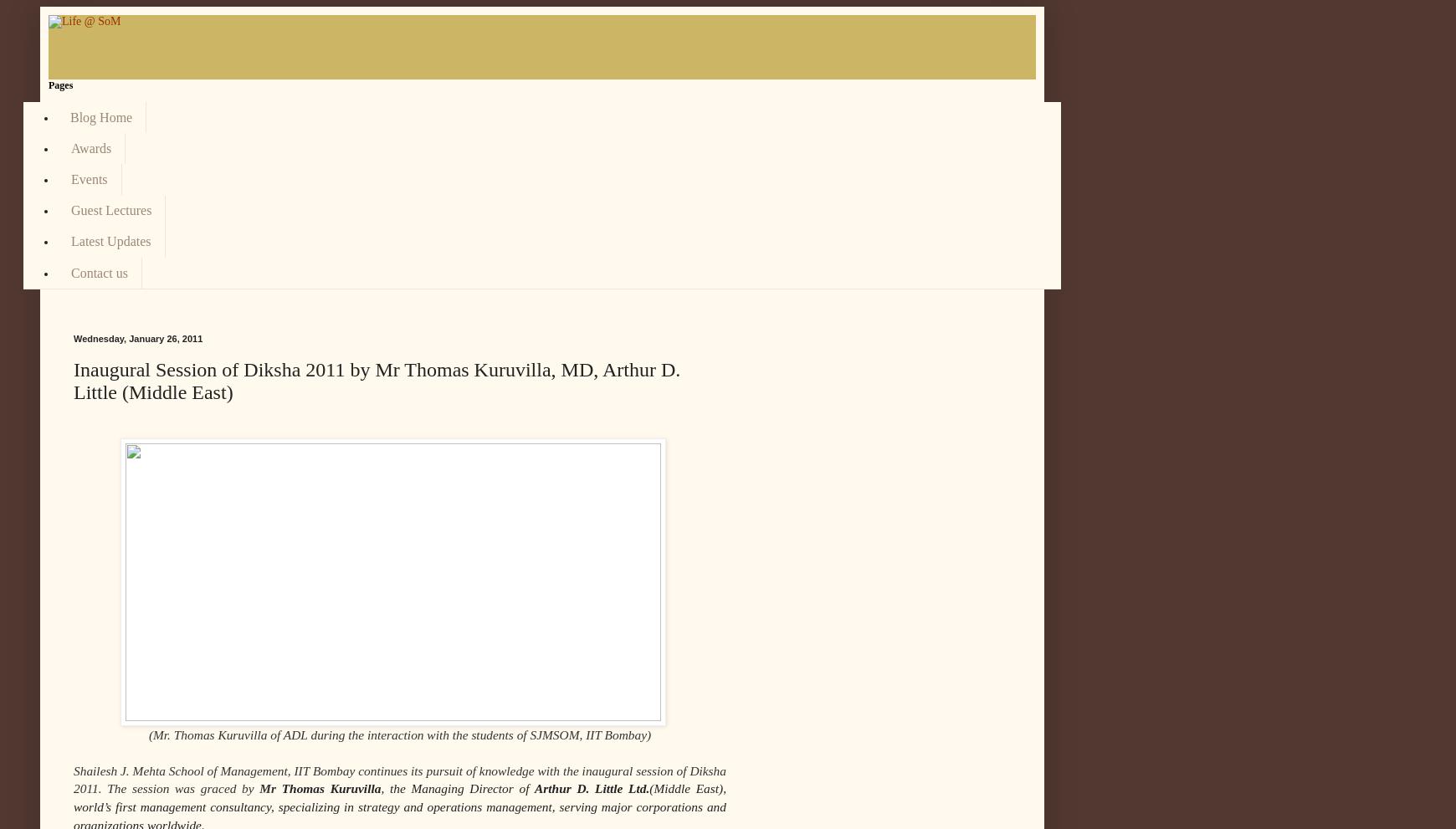 The image size is (1456, 829). Describe the element at coordinates (331, 787) in the screenshot. I see `'Thomas Kuruvilla'` at that location.